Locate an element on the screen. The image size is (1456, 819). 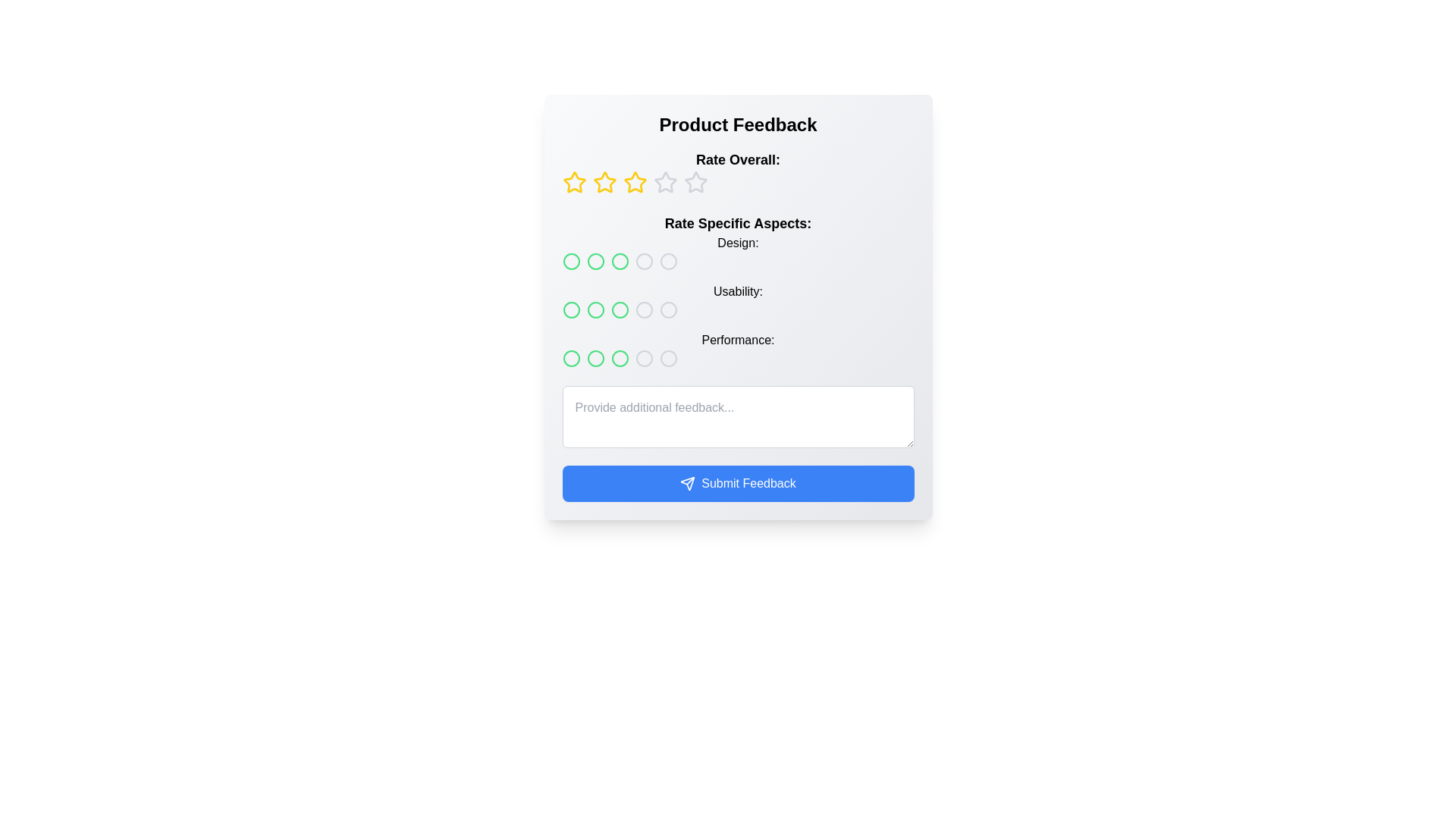
the fourth radio button in the third row of rating controls under the section labeled 'Rate Specific Aspects:', which is associated with the 'Performance' category is located at coordinates (644, 359).